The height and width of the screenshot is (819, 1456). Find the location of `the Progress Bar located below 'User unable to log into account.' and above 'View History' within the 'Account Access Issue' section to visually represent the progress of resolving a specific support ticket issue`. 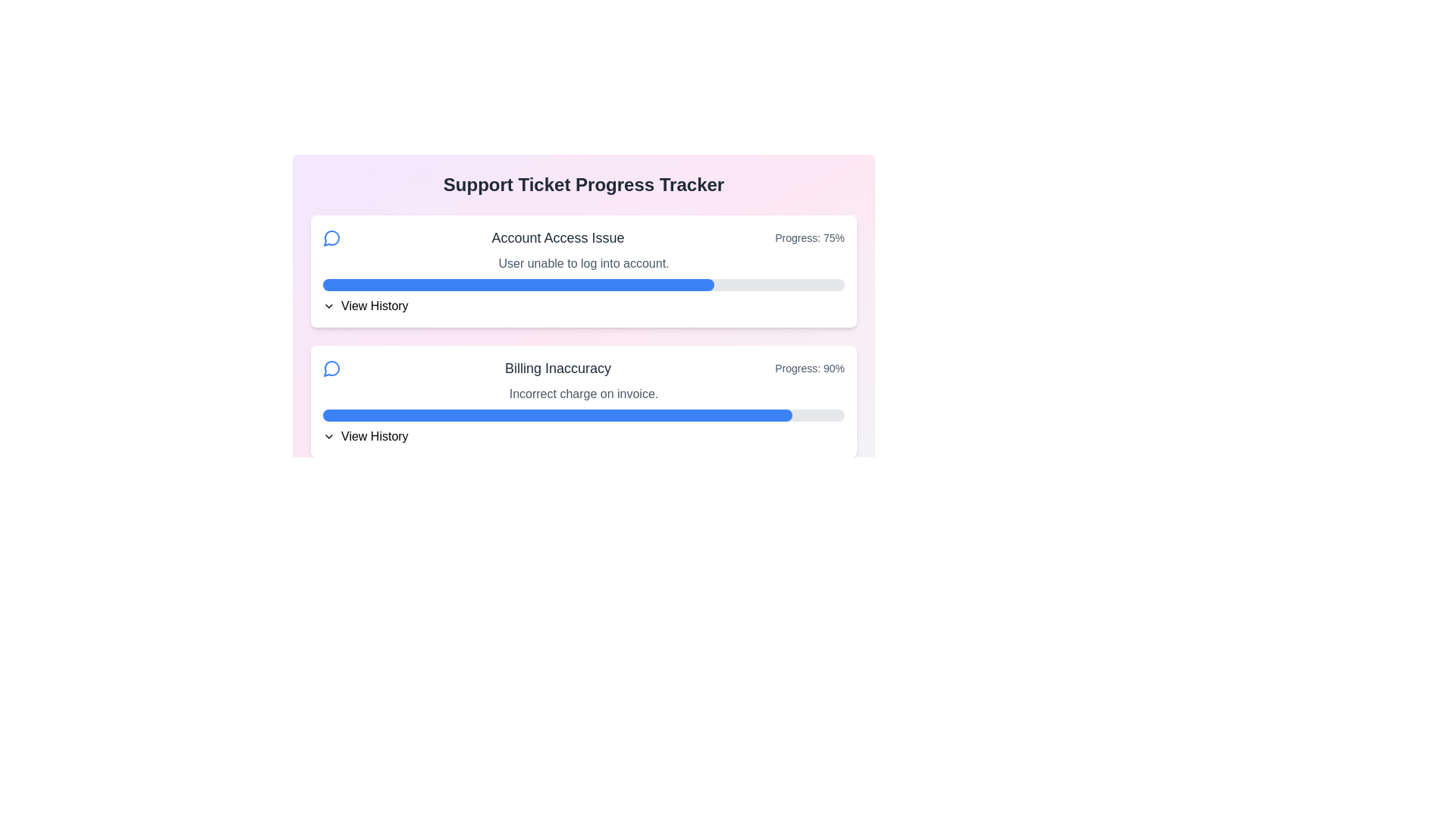

the Progress Bar located below 'User unable to log into account.' and above 'View History' within the 'Account Access Issue' section to visually represent the progress of resolving a specific support ticket issue is located at coordinates (582, 284).